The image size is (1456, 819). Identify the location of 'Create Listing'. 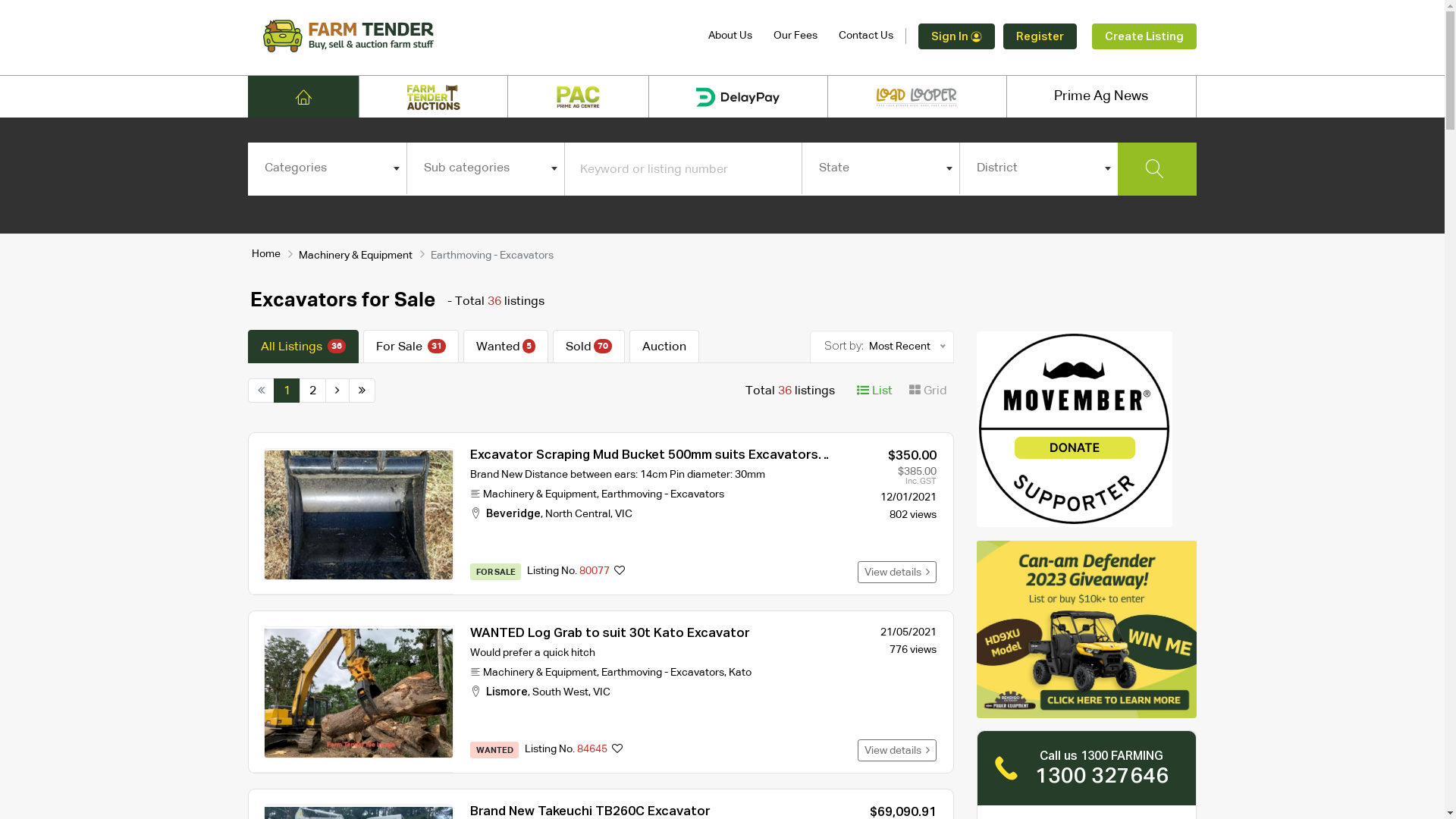
(1092, 36).